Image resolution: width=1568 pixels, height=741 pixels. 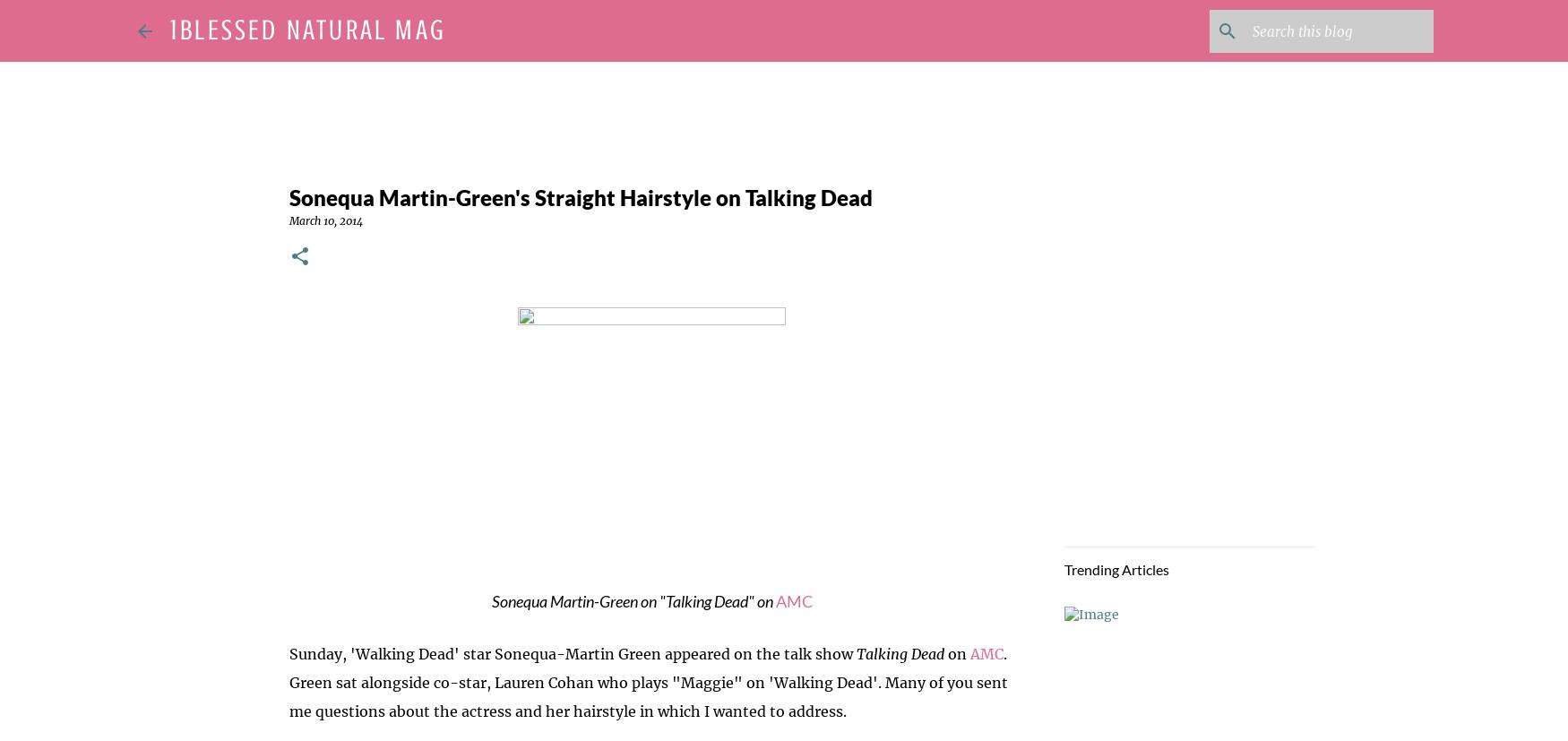 I want to click on '1Blessed Natural Mag', so click(x=308, y=29).